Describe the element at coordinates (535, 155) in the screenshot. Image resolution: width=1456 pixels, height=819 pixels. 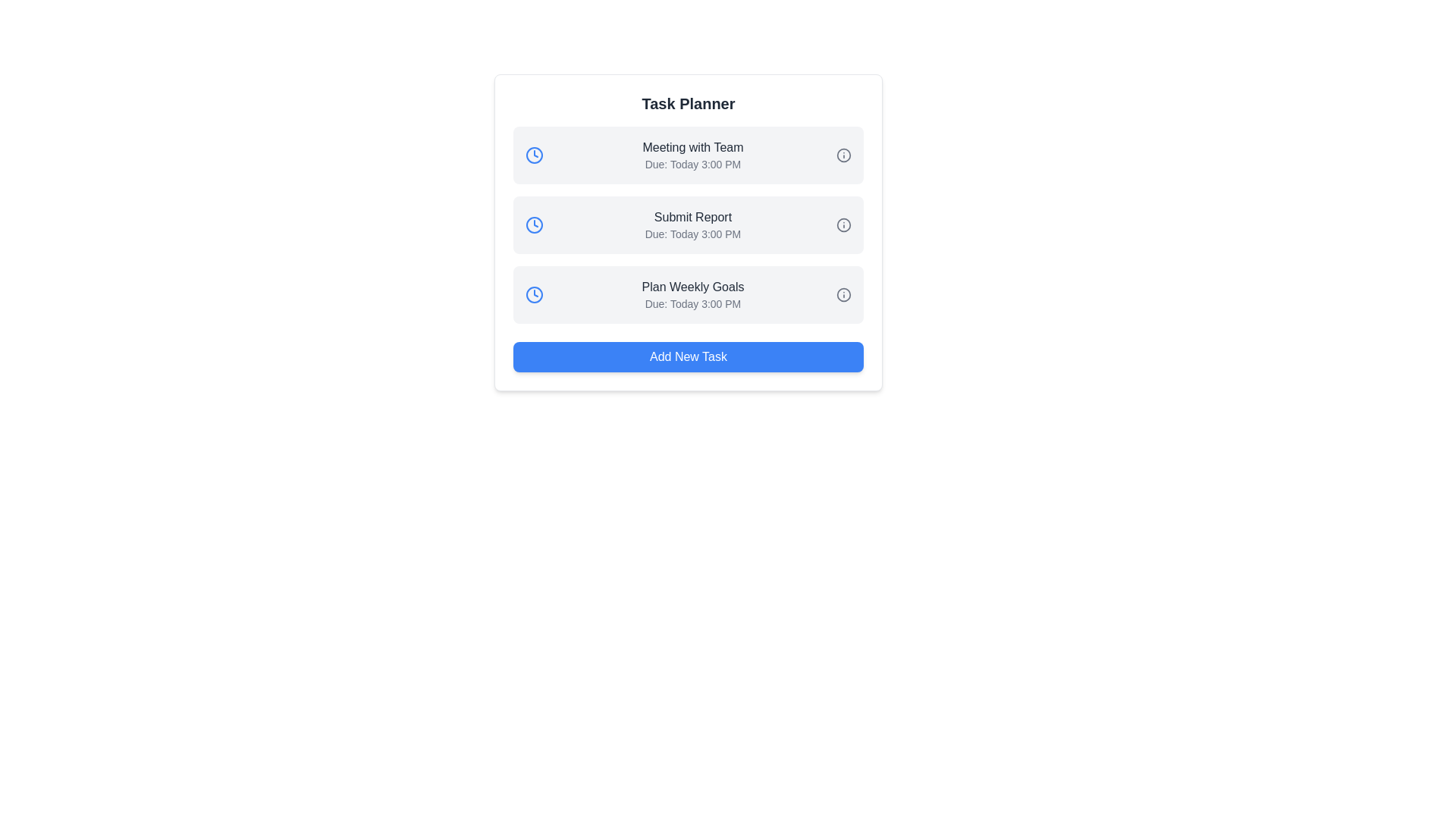
I see `the blue clock icon with a circular outline and clock hands, located in the first row of the task items within the 'Task Planner' component, preceding the text 'Meeting with Team'` at that location.